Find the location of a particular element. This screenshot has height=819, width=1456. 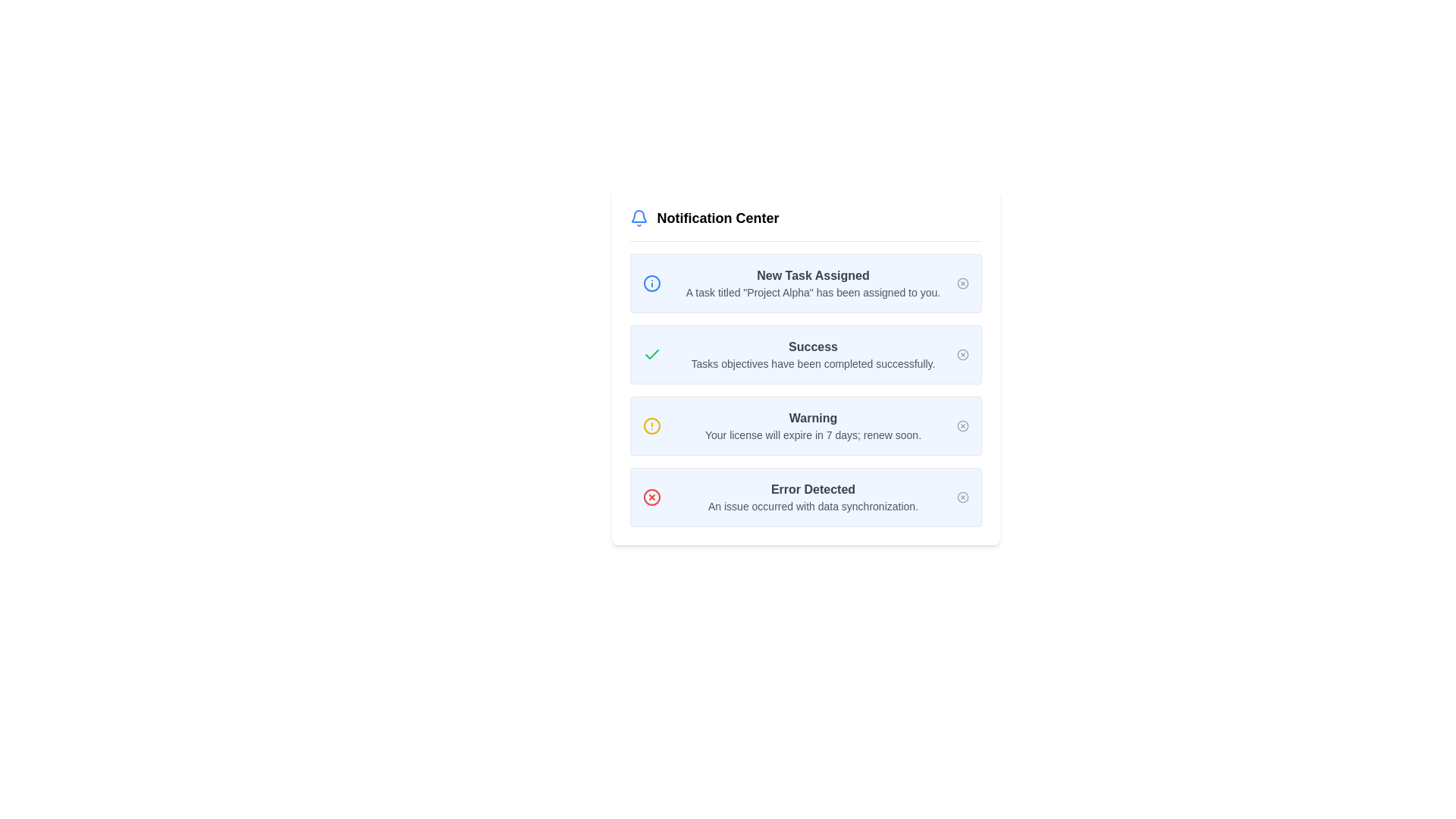

the text element that informs the user about the impending expiration of their license, which is the third notification item in the notification center is located at coordinates (812, 426).